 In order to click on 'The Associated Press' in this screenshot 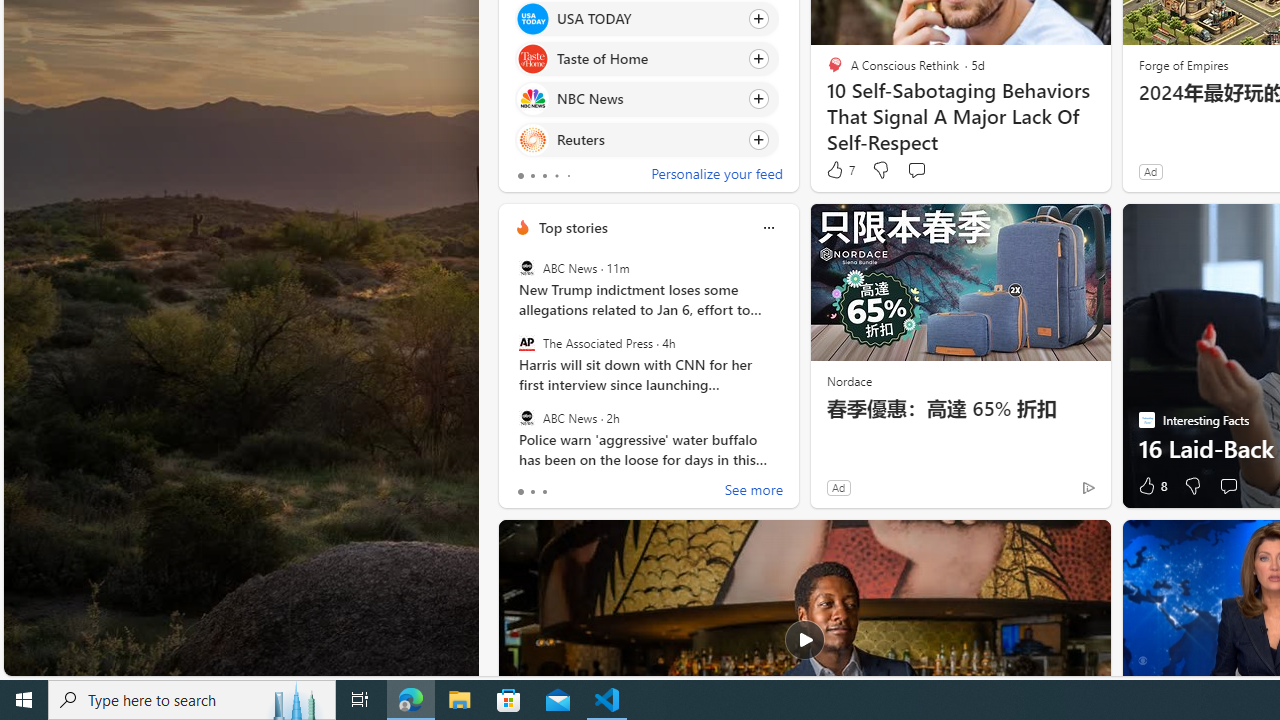, I will do `click(526, 342)`.